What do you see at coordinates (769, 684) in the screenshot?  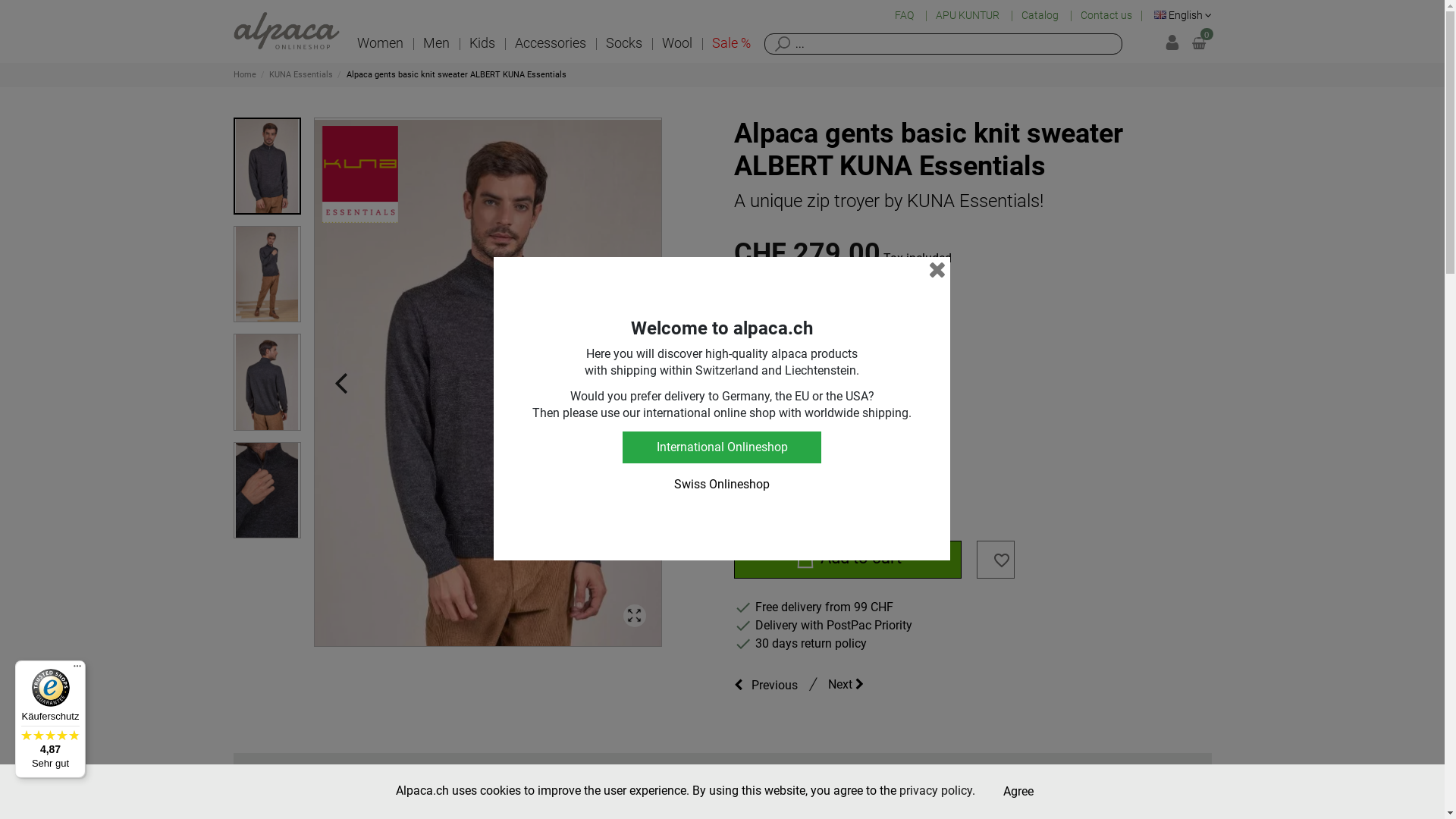 I see `'Previous'` at bounding box center [769, 684].